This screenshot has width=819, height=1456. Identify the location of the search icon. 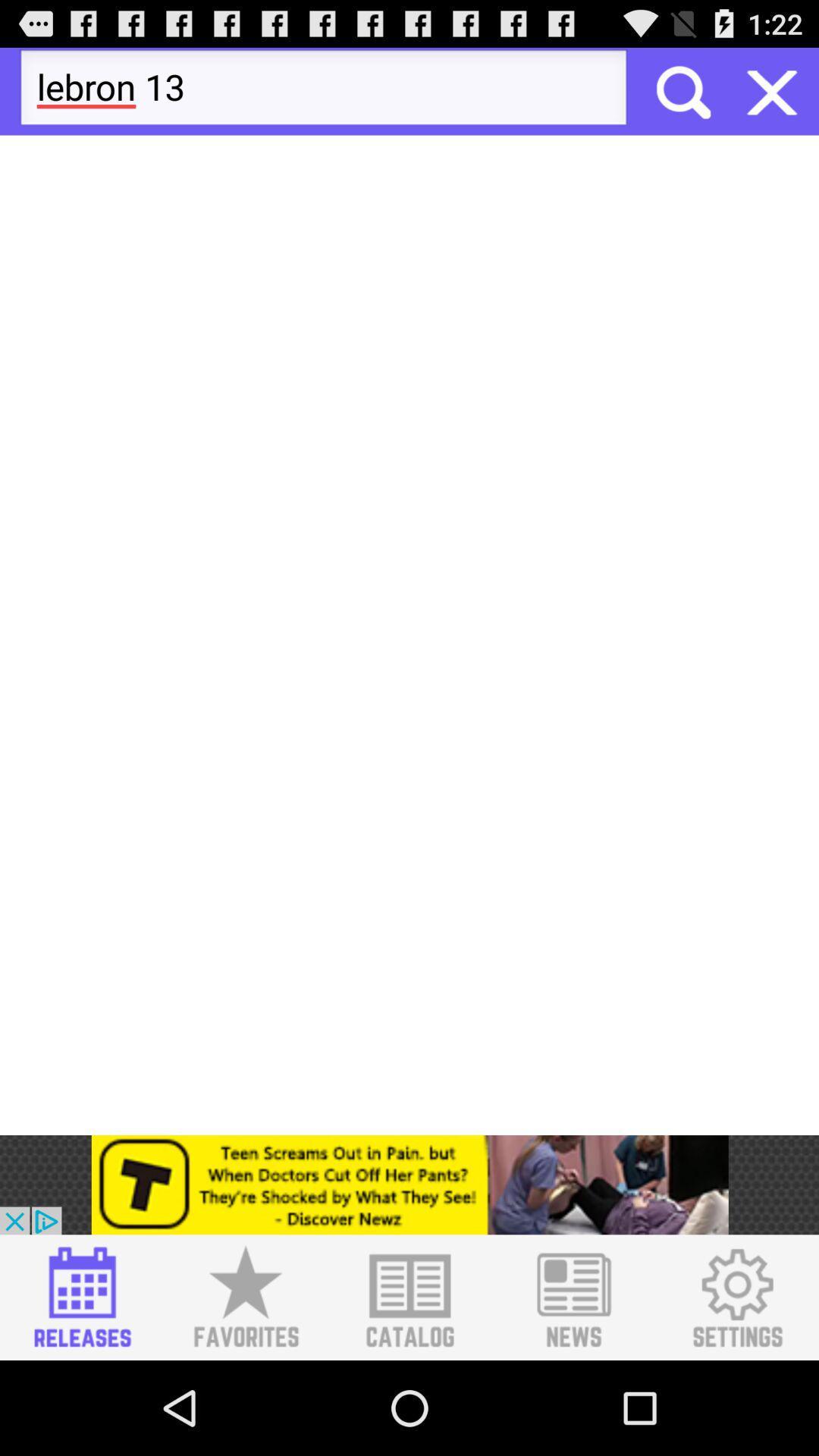
(681, 97).